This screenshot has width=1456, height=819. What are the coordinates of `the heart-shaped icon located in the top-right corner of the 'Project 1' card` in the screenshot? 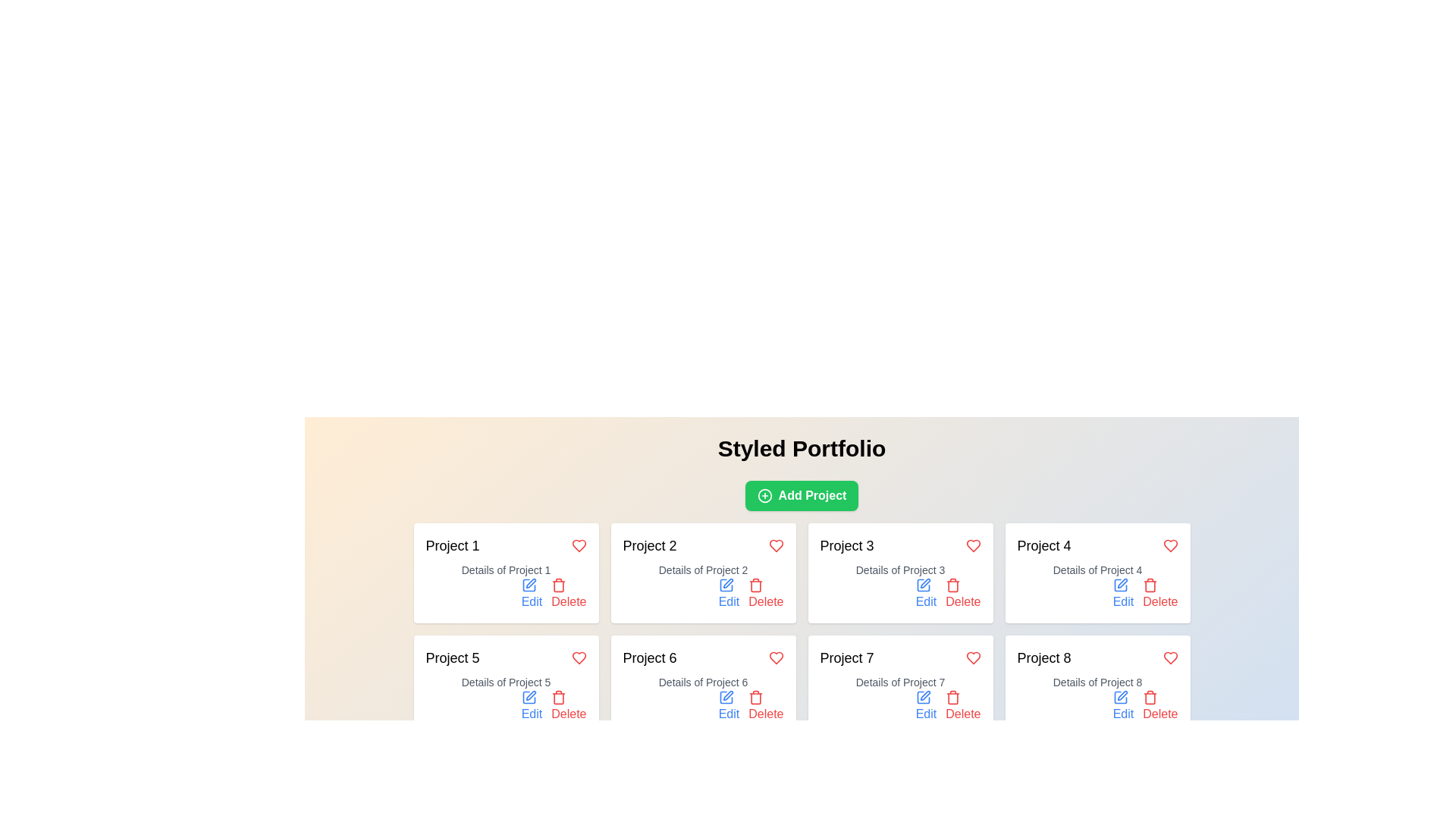 It's located at (578, 546).